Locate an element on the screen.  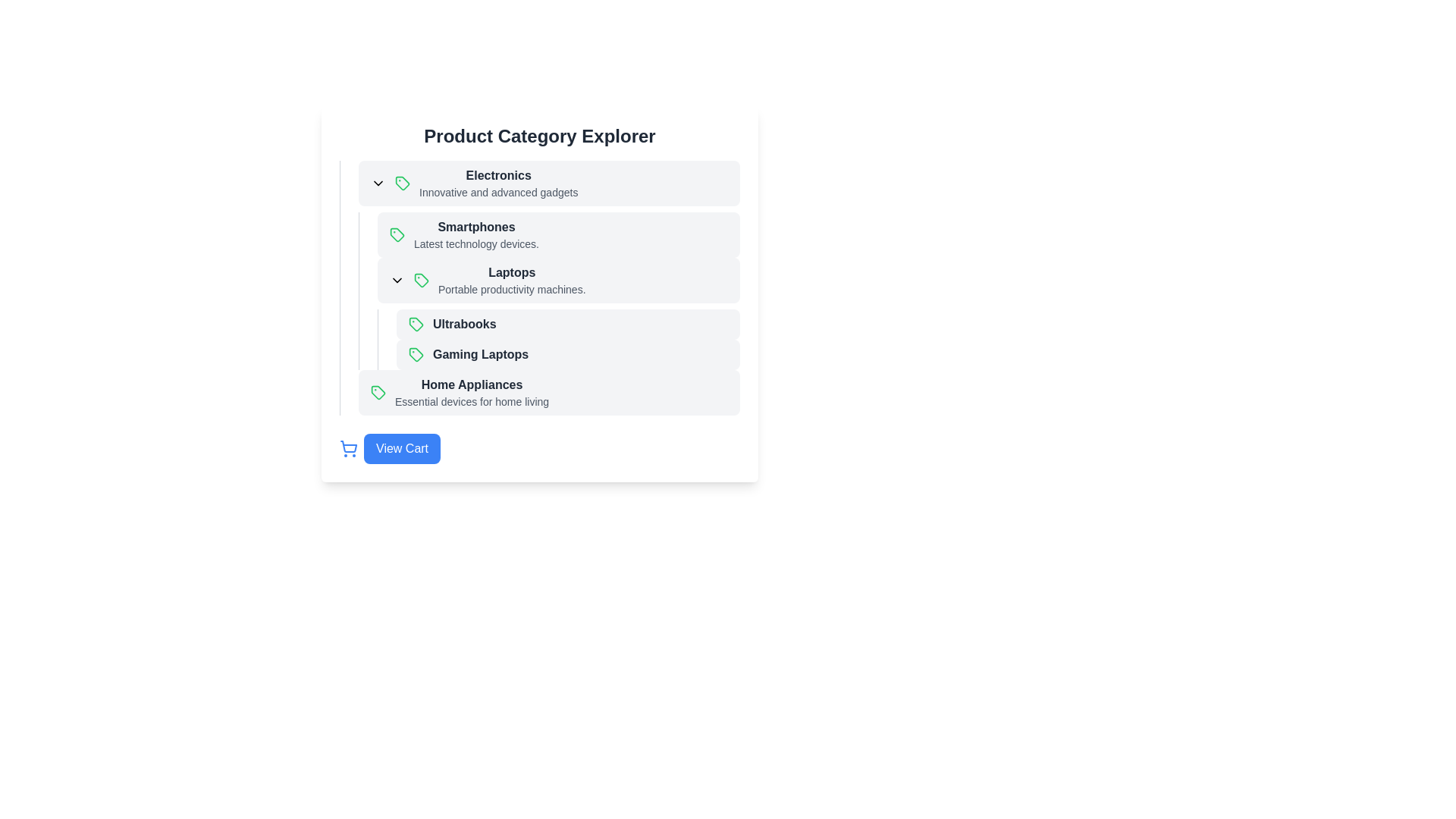
or tab to the 'Home Appliances' menu item is located at coordinates (548, 391).